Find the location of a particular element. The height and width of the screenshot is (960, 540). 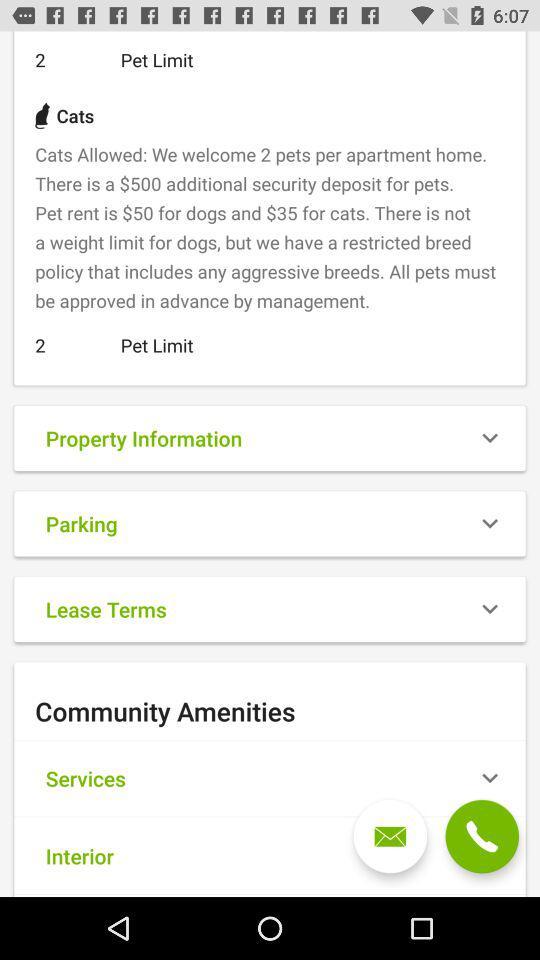

the box that reads the text property information is located at coordinates (270, 438).